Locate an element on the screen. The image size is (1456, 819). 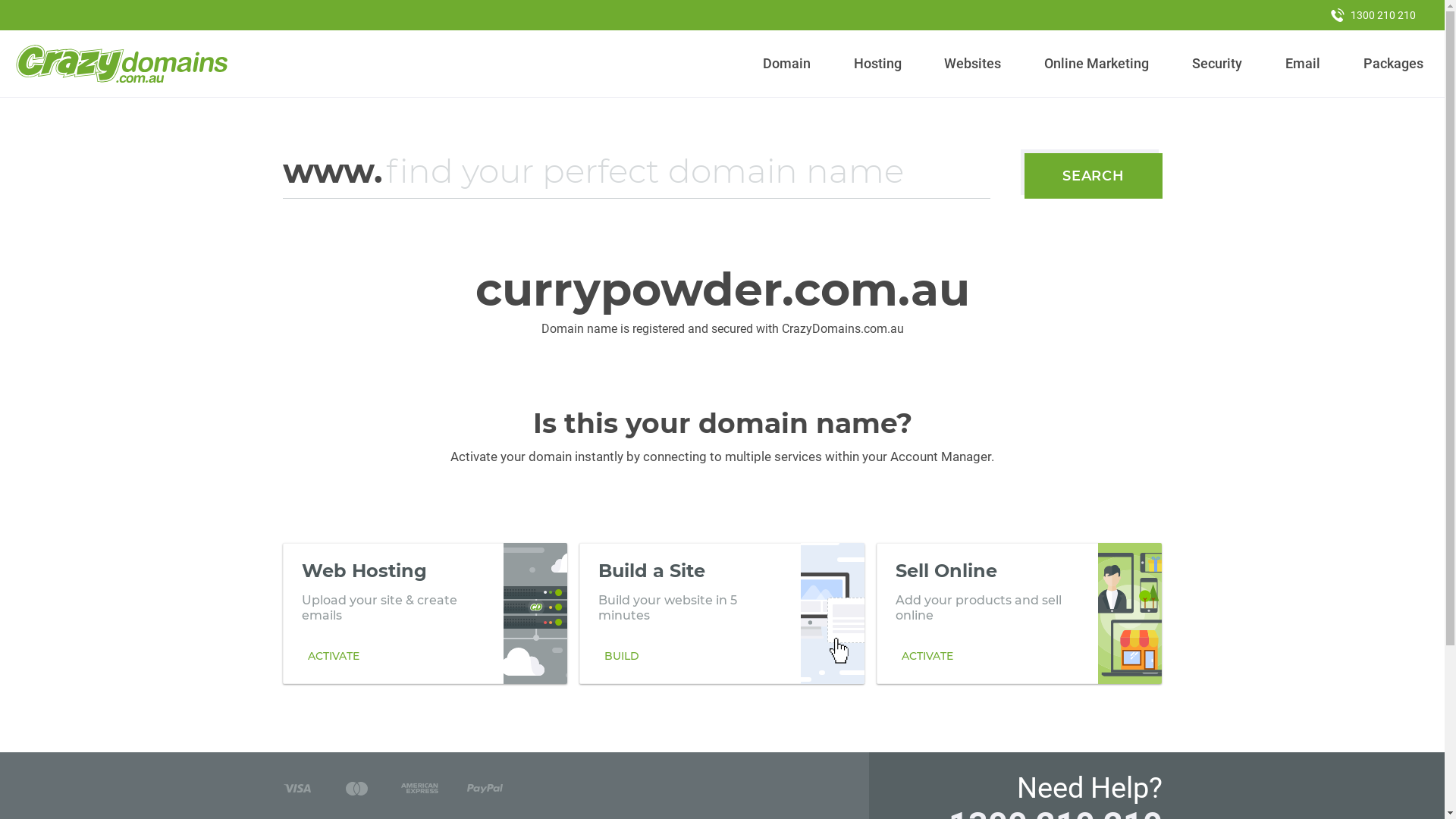
'SEARCH' is located at coordinates (1093, 174).